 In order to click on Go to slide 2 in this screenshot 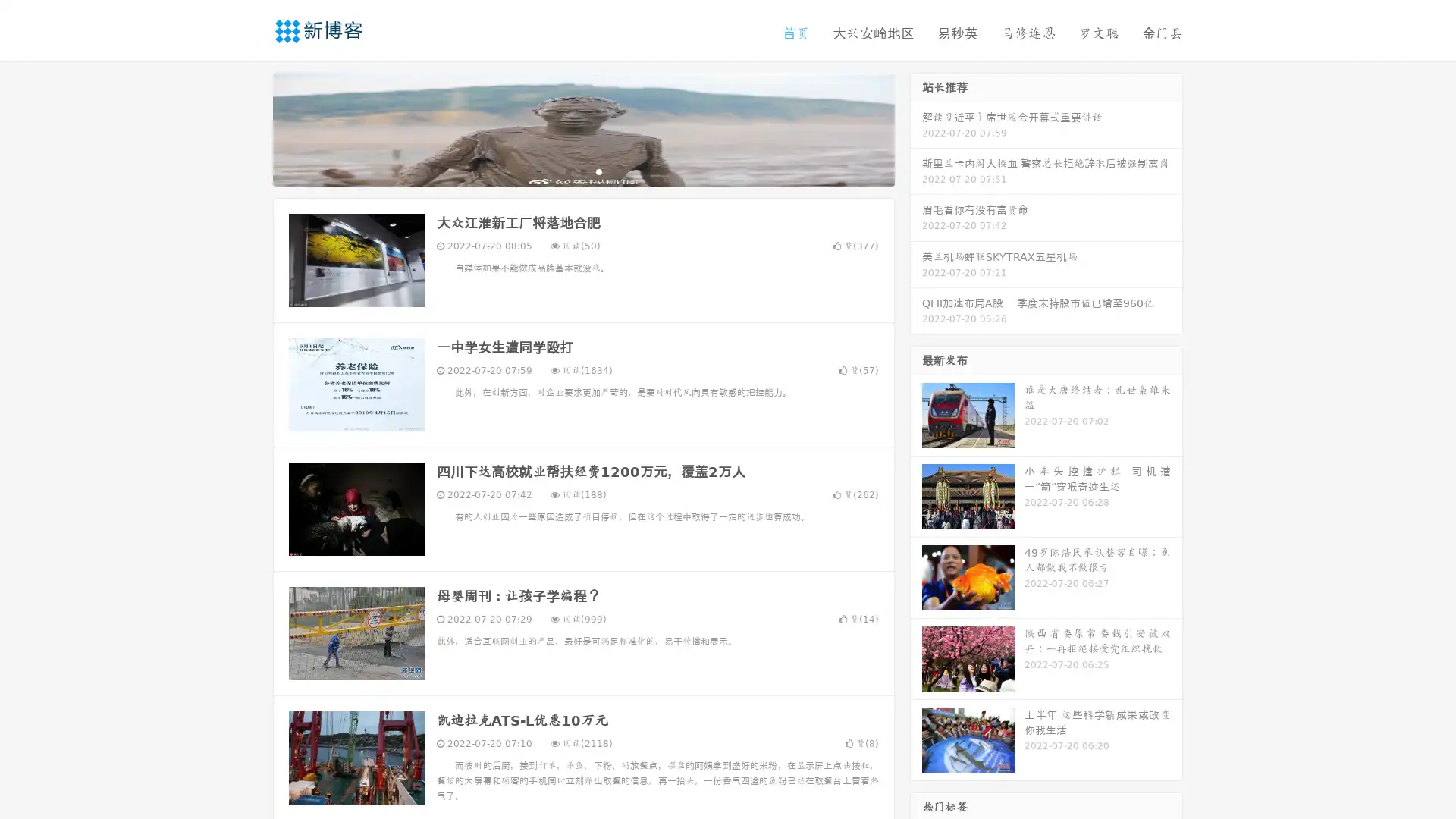, I will do `click(582, 171)`.